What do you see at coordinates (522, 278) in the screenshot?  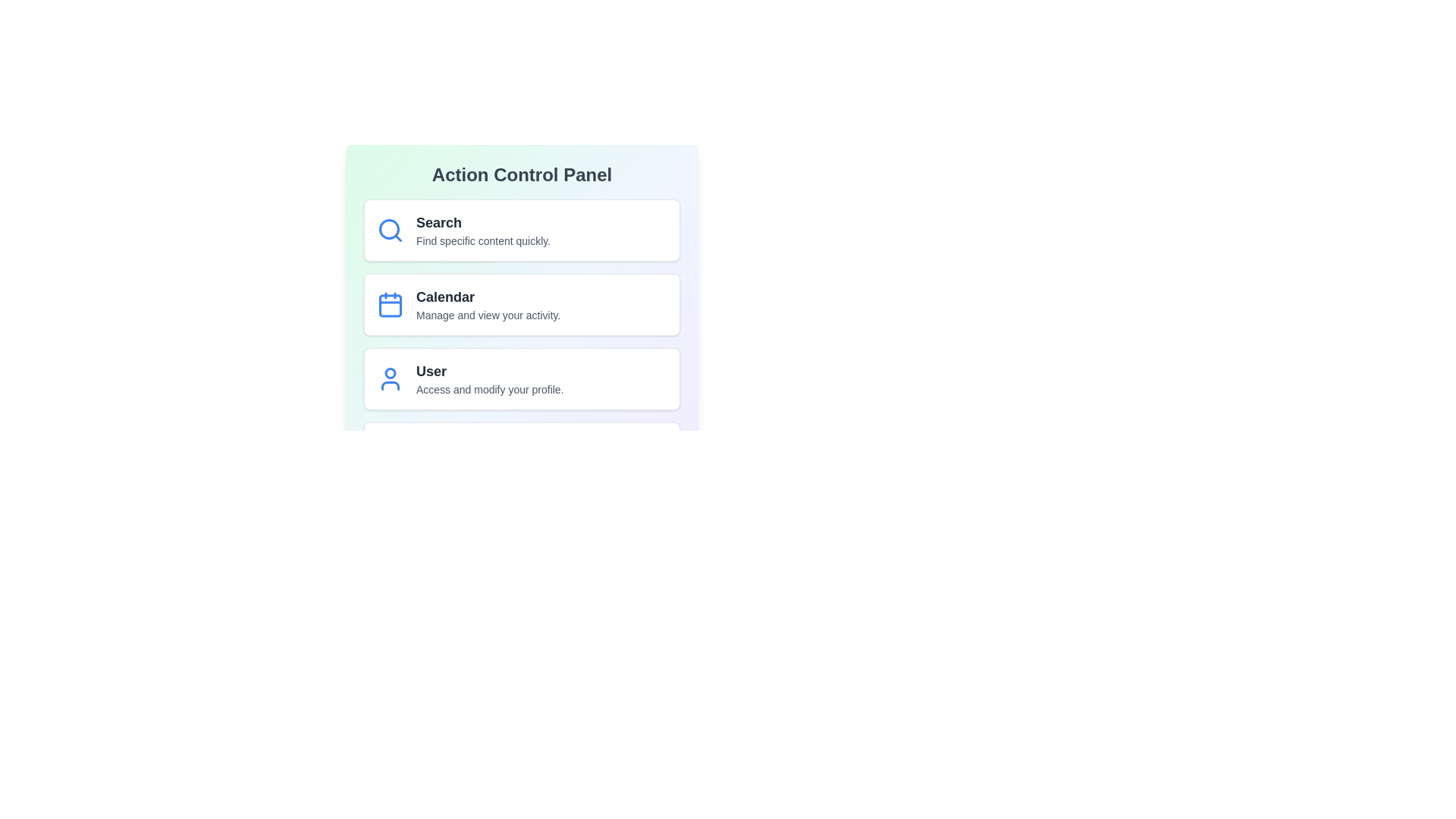 I see `the second card in the vertically stacked list of options within the 'Action Control Panel'` at bounding box center [522, 278].